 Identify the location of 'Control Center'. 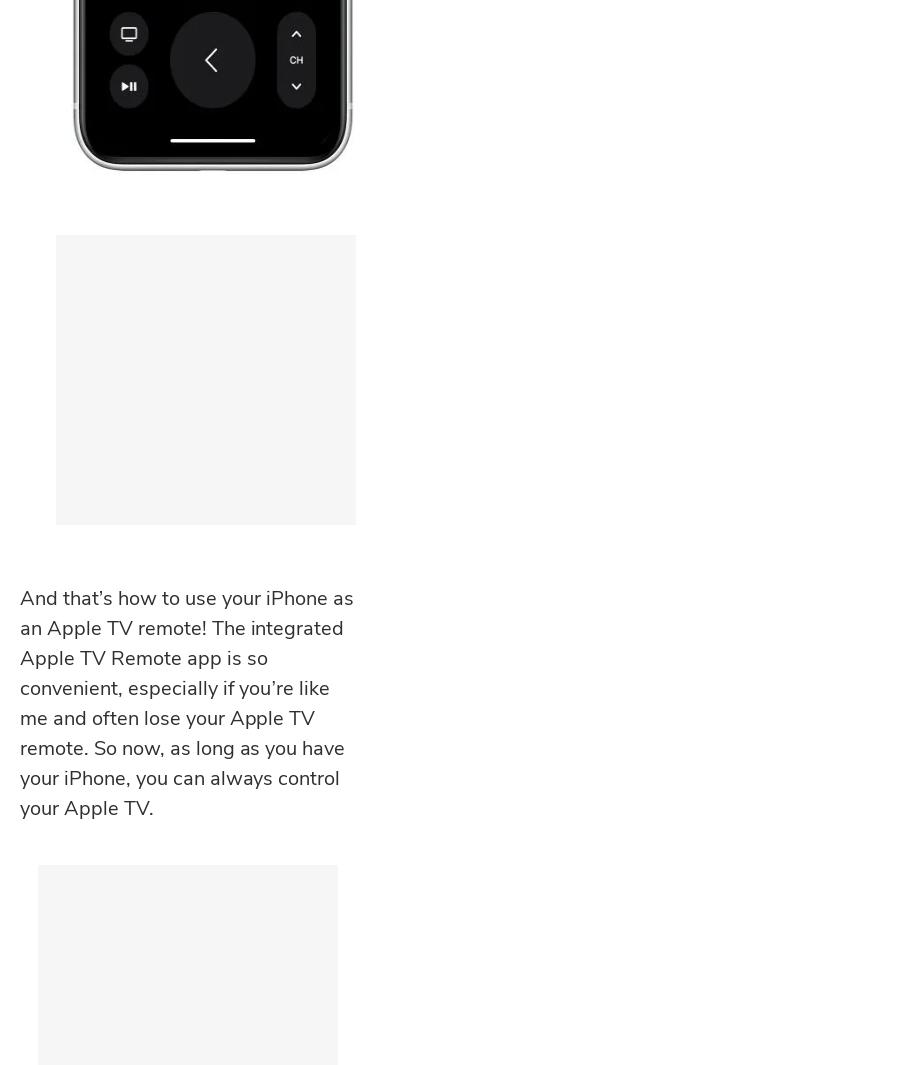
(79, 879).